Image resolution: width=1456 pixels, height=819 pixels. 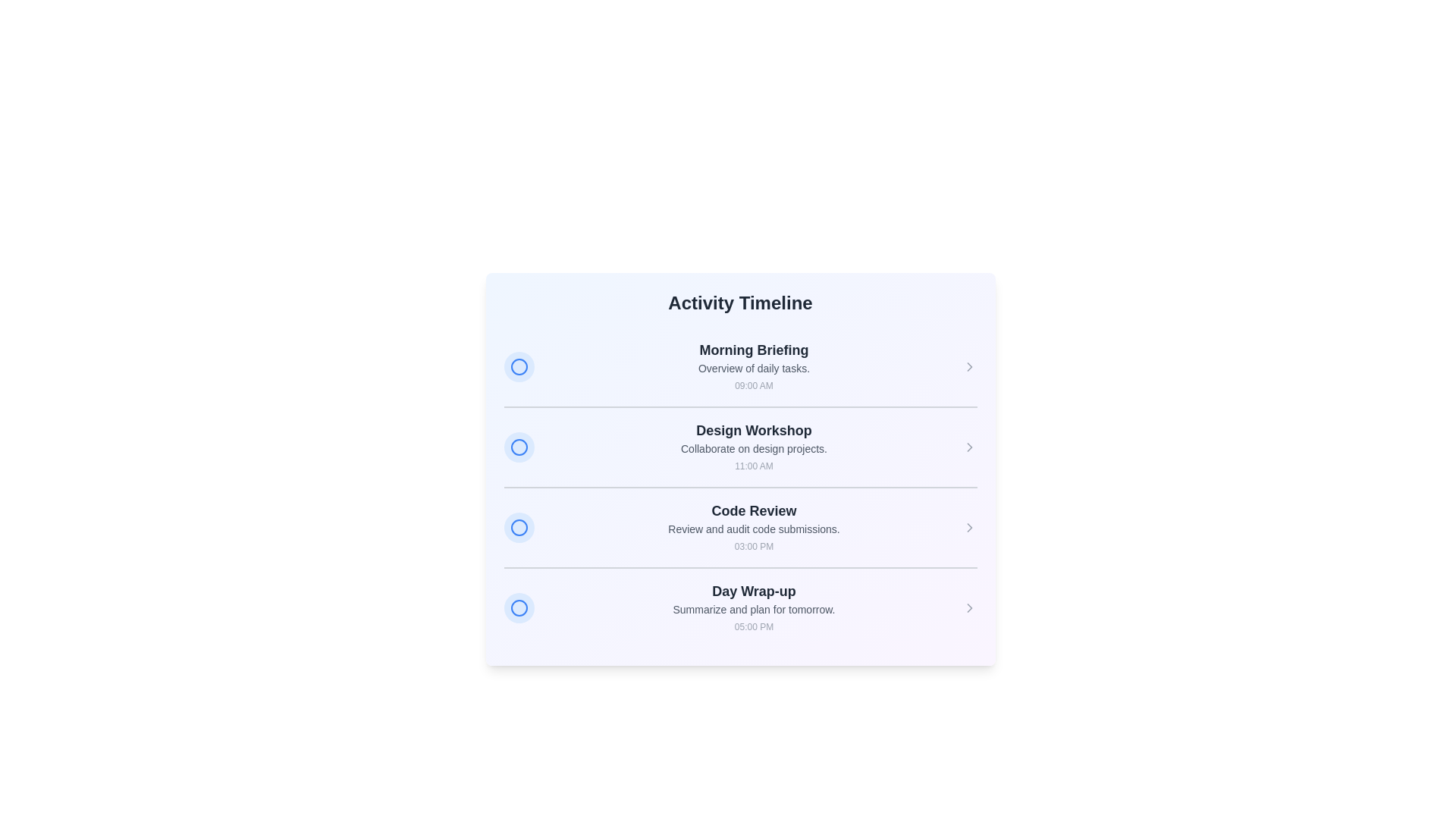 What do you see at coordinates (519, 366) in the screenshot?
I see `the small circular icon with a blue outline located to the left of 'Morning Briefing' under the header 'Activity Timeline'` at bounding box center [519, 366].